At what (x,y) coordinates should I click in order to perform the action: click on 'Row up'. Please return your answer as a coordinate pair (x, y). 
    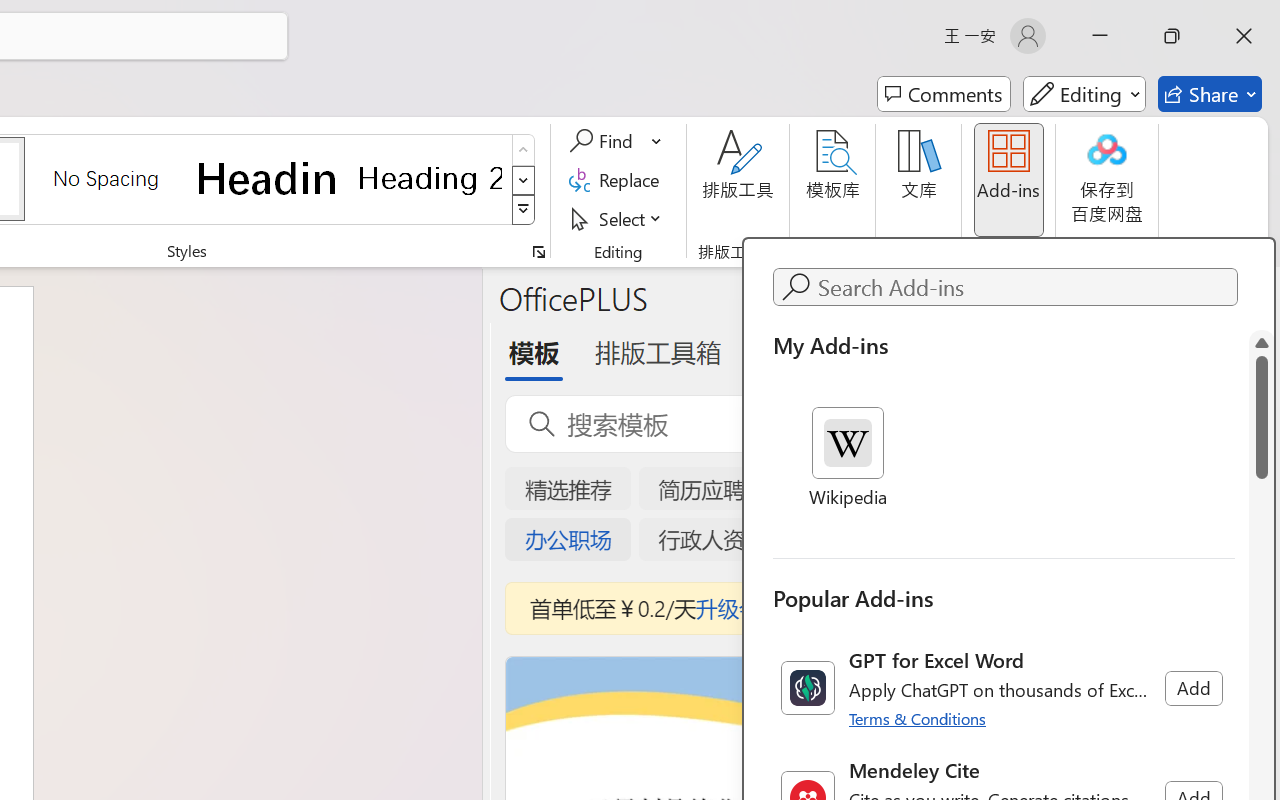
    Looking at the image, I should click on (523, 150).